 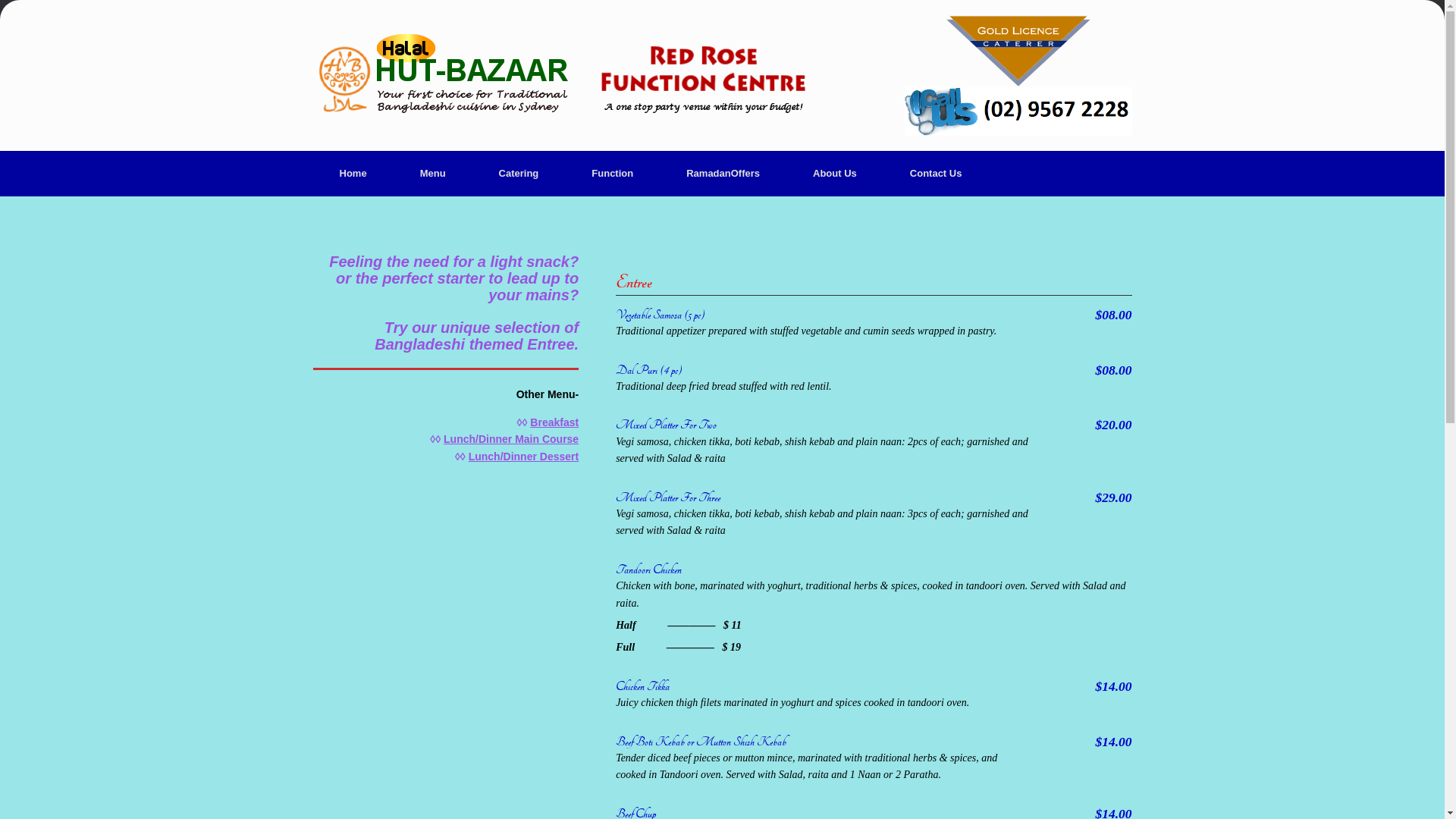 What do you see at coordinates (659, 172) in the screenshot?
I see `'RamadanOffers'` at bounding box center [659, 172].